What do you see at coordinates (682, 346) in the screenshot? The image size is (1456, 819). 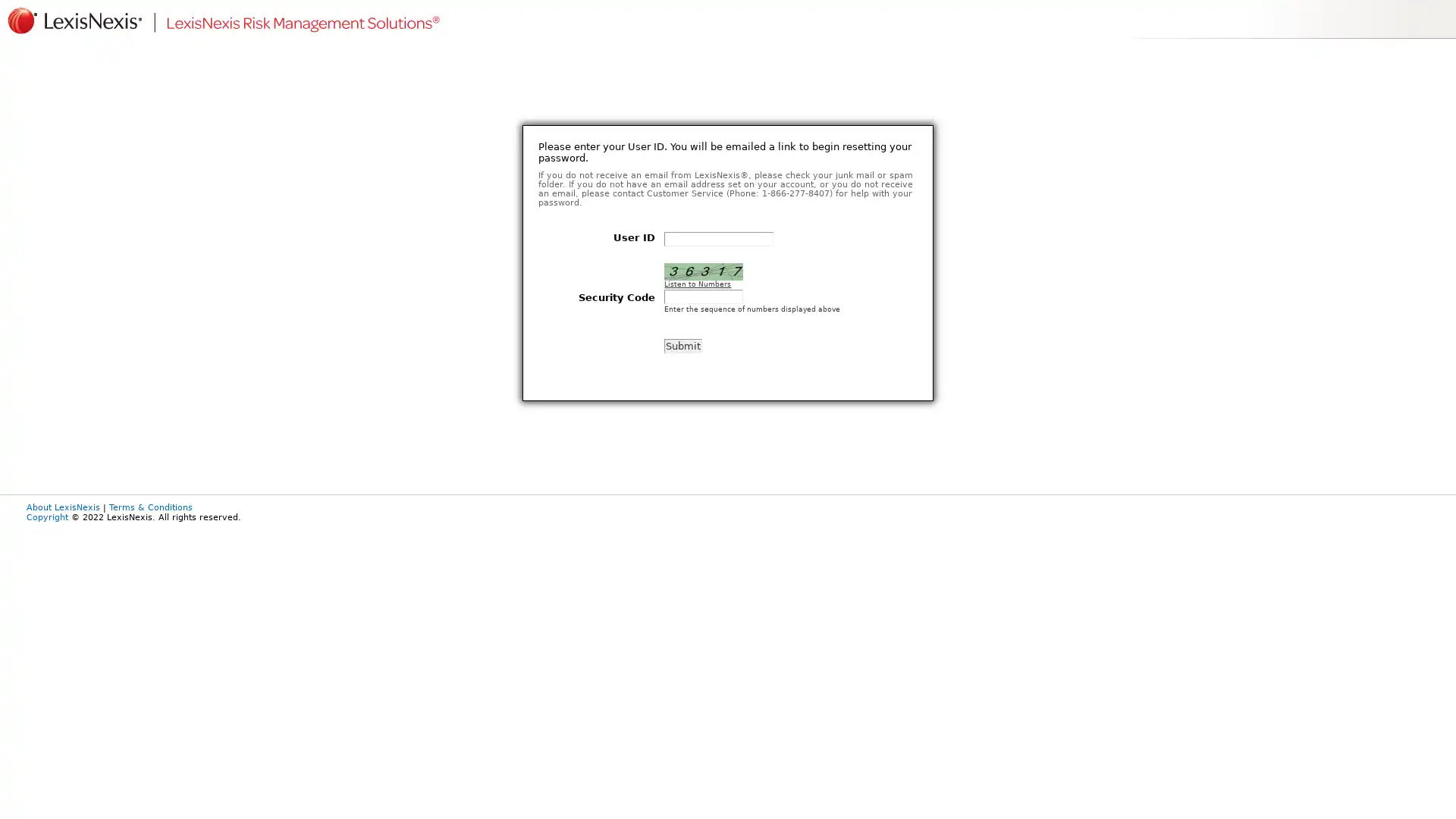 I see `Submit` at bounding box center [682, 346].